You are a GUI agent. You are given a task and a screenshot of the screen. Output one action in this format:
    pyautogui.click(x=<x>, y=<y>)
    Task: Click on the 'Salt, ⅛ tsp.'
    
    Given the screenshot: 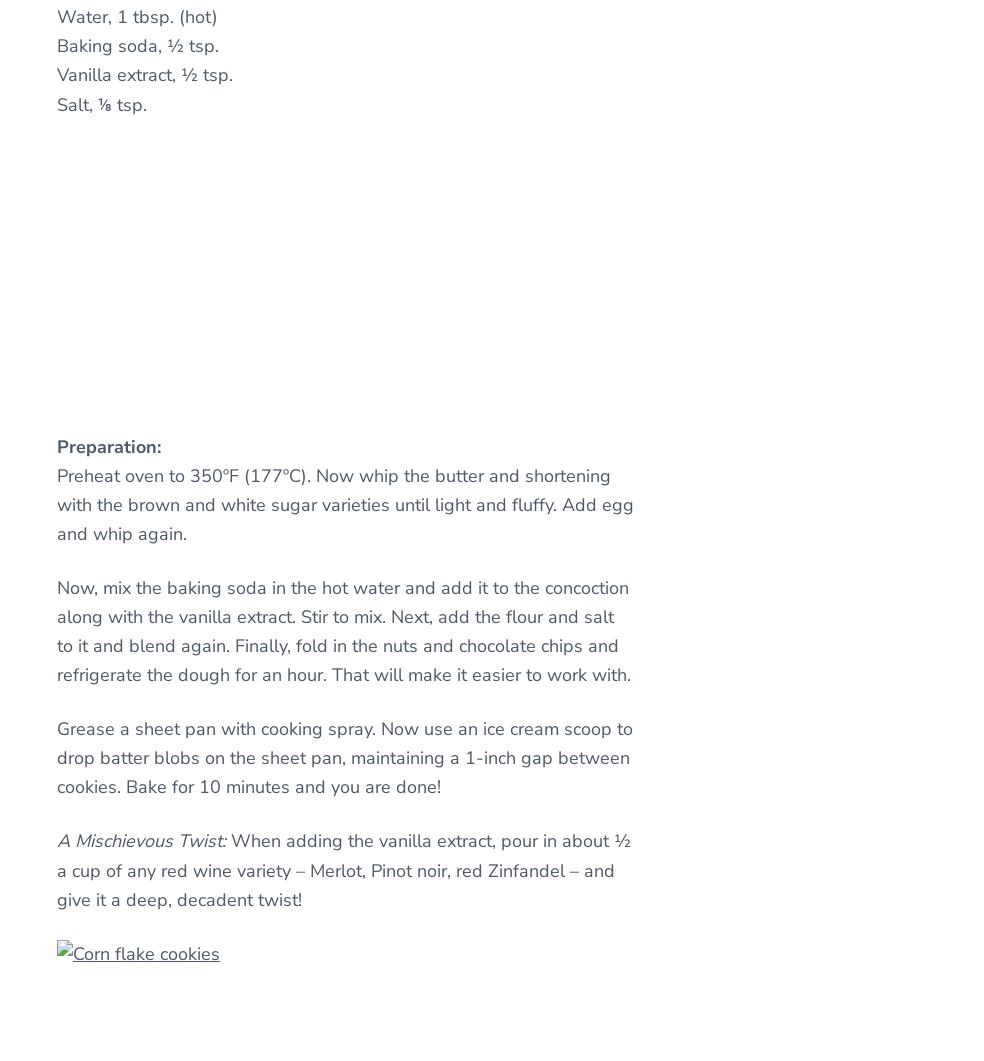 What is the action you would take?
    pyautogui.click(x=100, y=103)
    